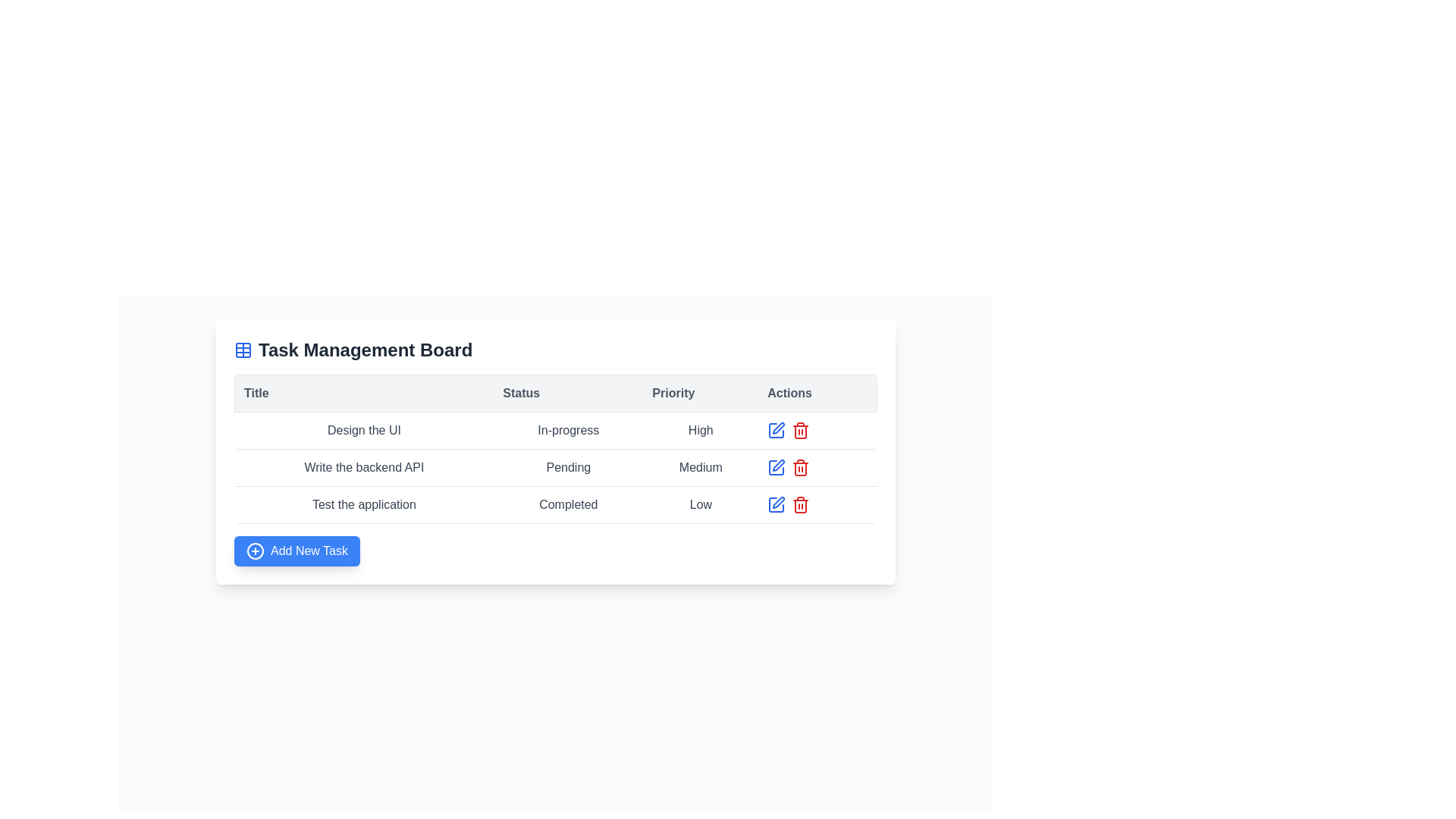 This screenshot has width=1456, height=819. Describe the element at coordinates (555, 467) in the screenshot. I see `the second row of the task management board` at that location.